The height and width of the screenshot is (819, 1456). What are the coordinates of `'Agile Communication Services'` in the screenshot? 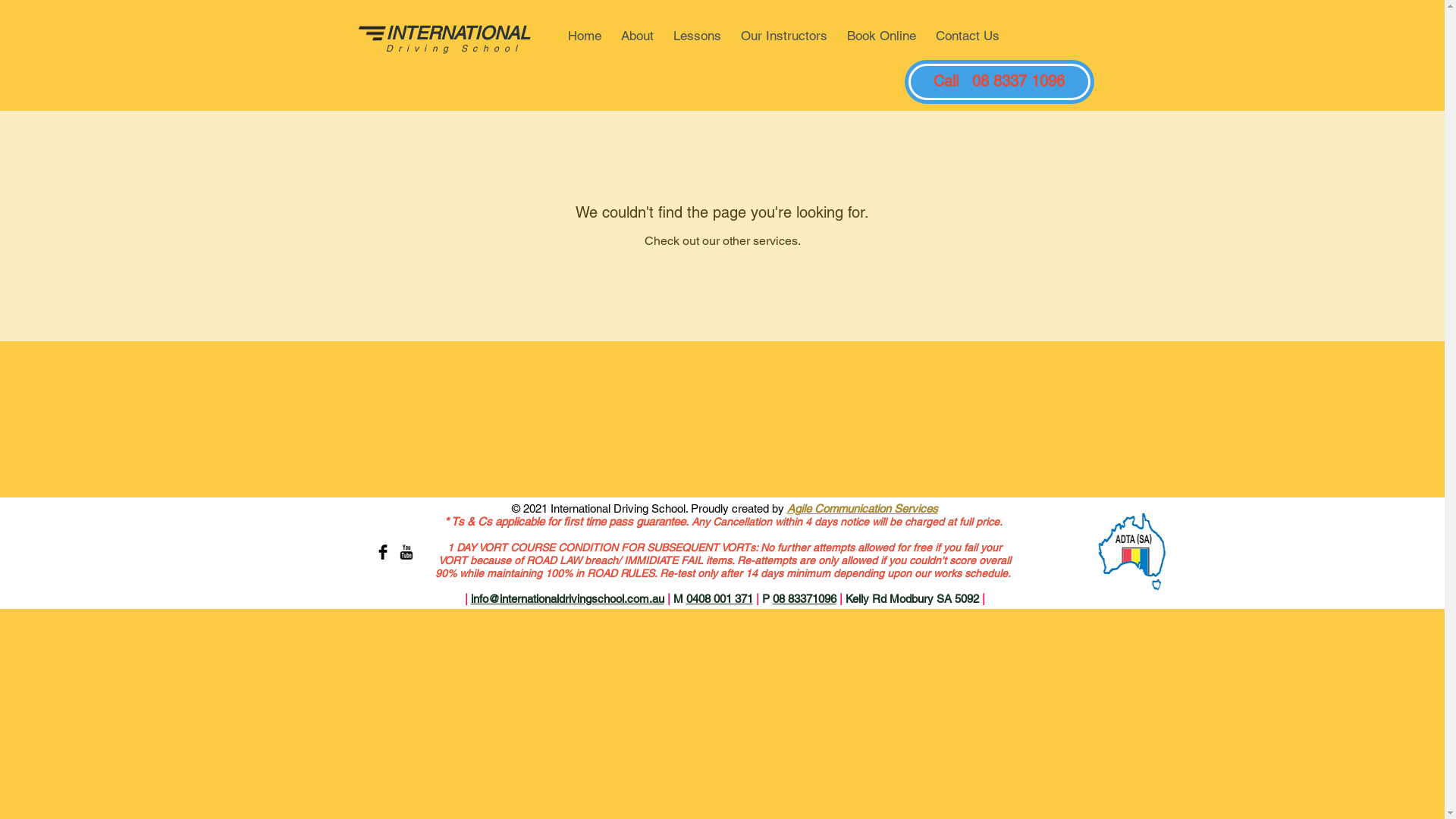 It's located at (862, 508).